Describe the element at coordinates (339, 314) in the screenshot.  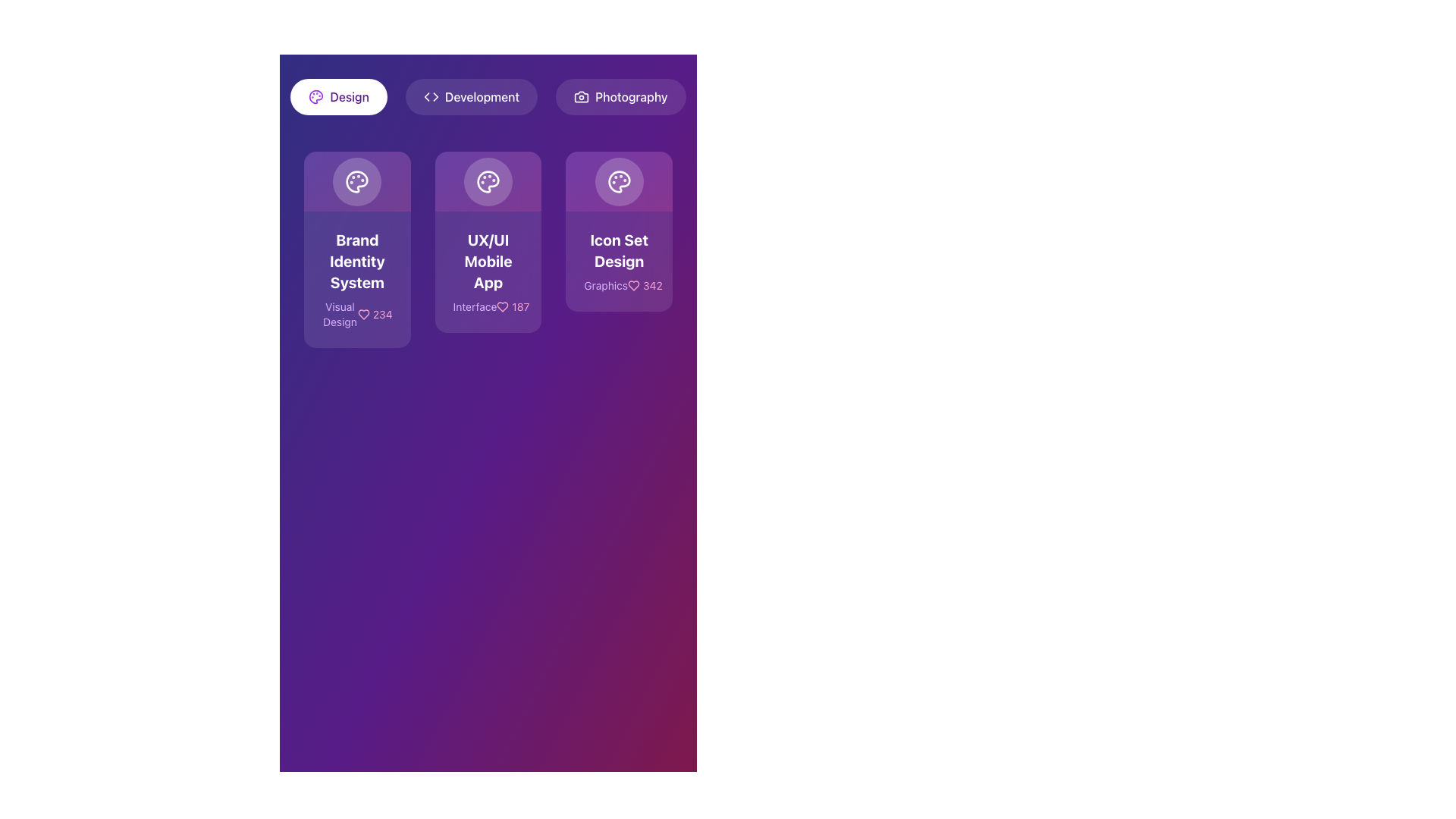
I see `text content of the descriptive label located at the lower part of the 'Brand Identity System' card, positioned above the like counter and heart icon` at that location.